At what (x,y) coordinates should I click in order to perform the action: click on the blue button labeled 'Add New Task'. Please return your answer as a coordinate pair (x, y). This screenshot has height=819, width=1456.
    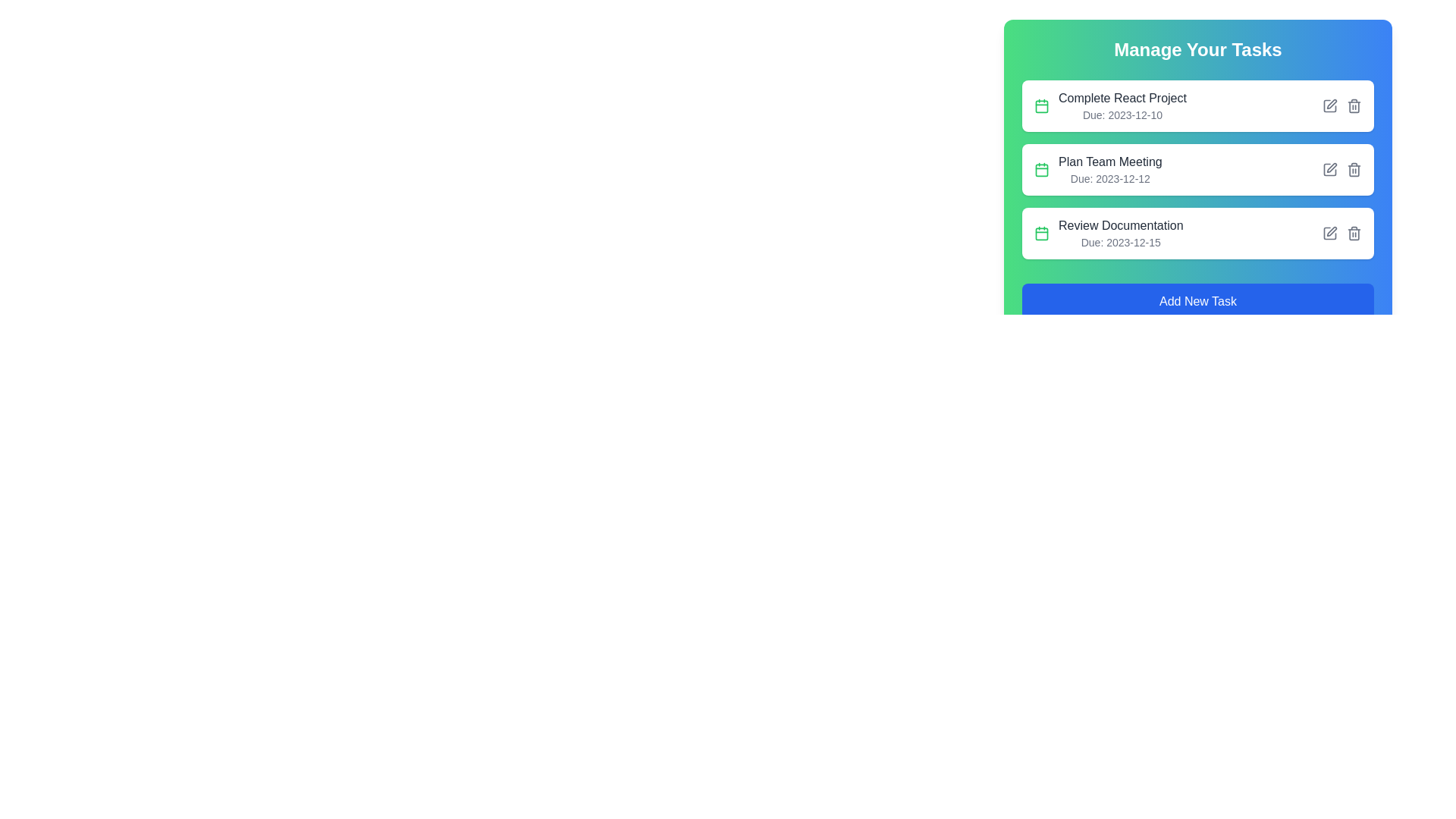
    Looking at the image, I should click on (1197, 301).